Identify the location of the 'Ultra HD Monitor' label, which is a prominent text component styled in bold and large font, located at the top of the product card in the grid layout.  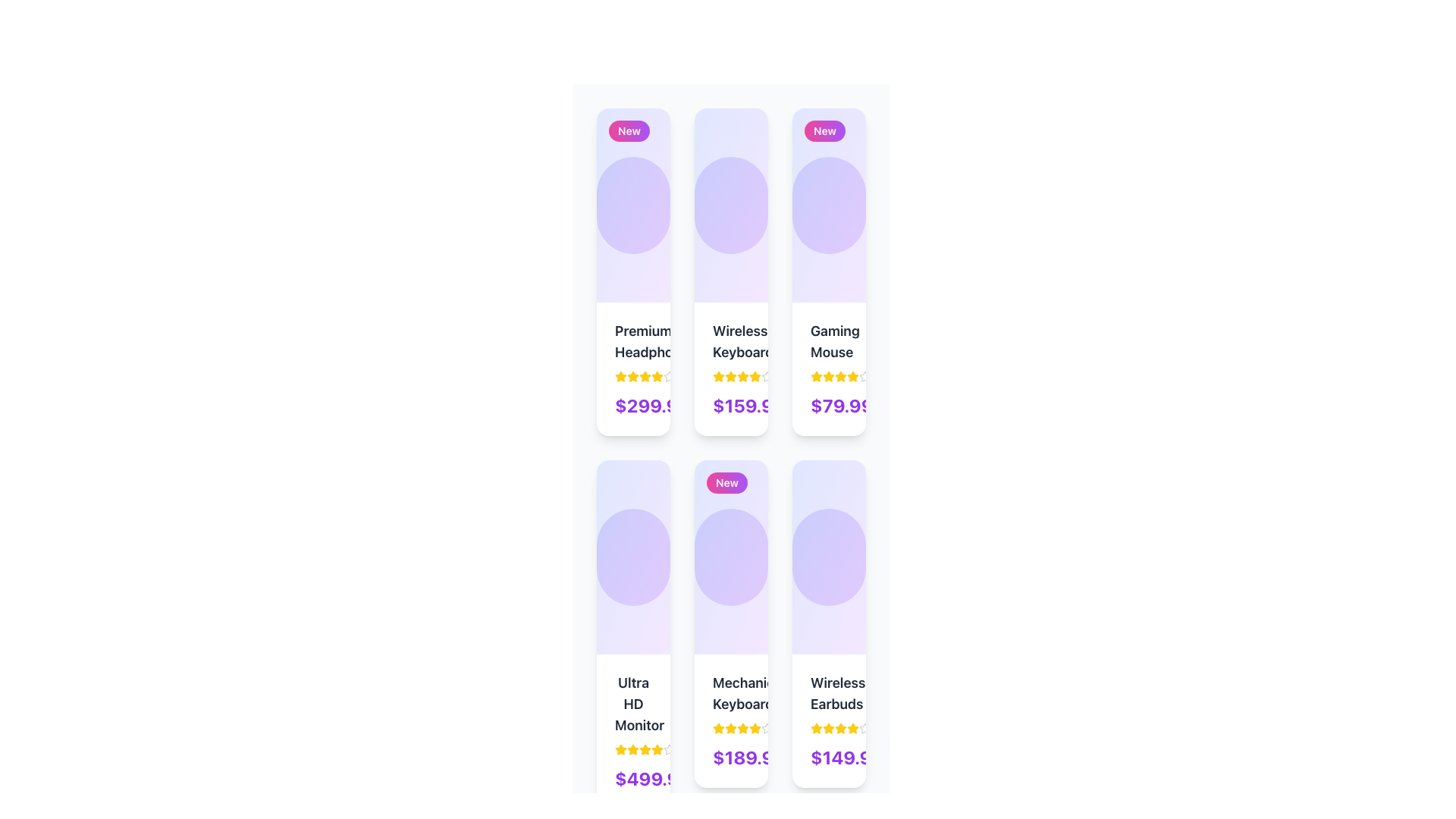
(633, 704).